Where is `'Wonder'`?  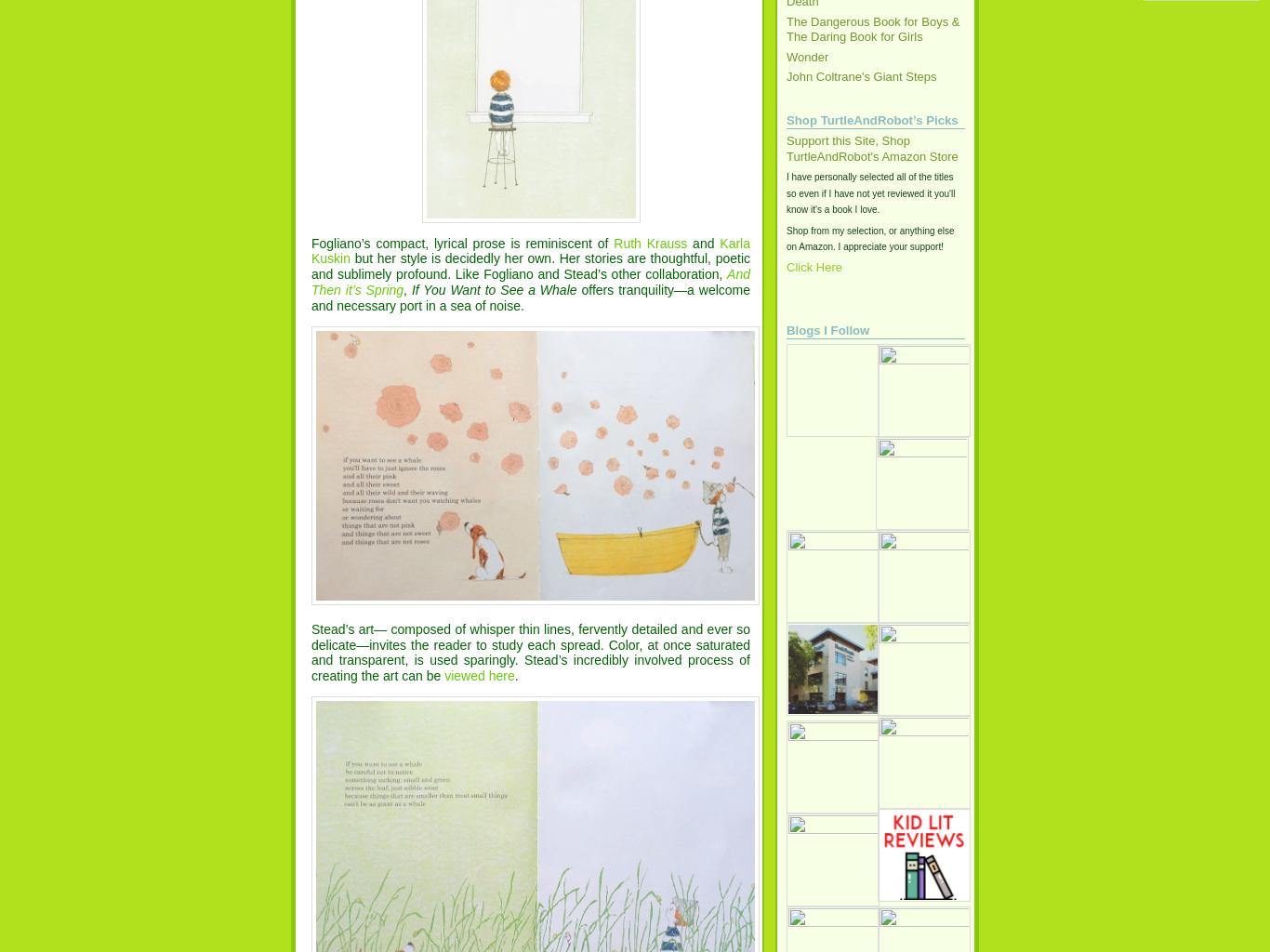
'Wonder' is located at coordinates (806, 55).